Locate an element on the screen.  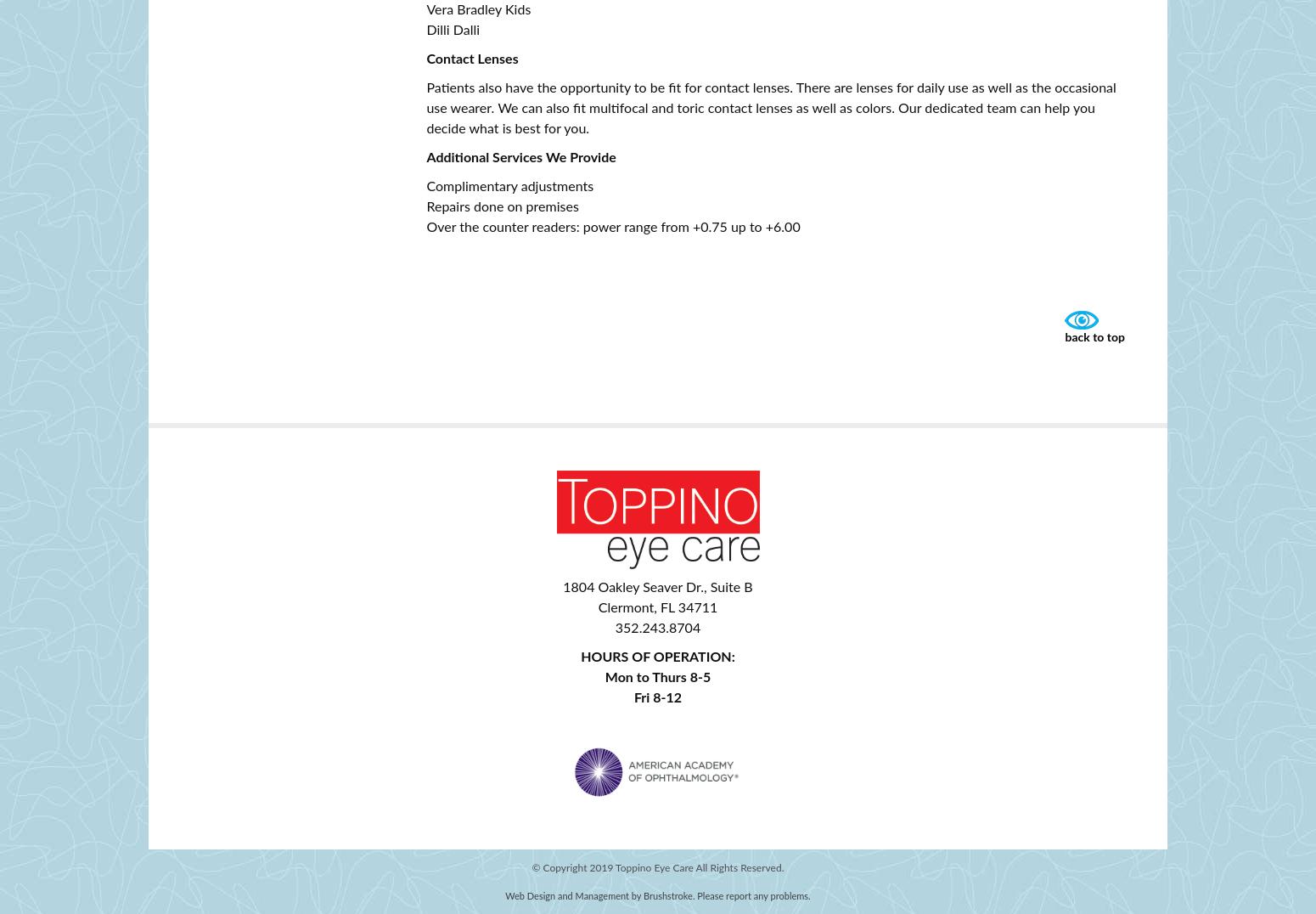
'Repairs done on premises' is located at coordinates (502, 207).